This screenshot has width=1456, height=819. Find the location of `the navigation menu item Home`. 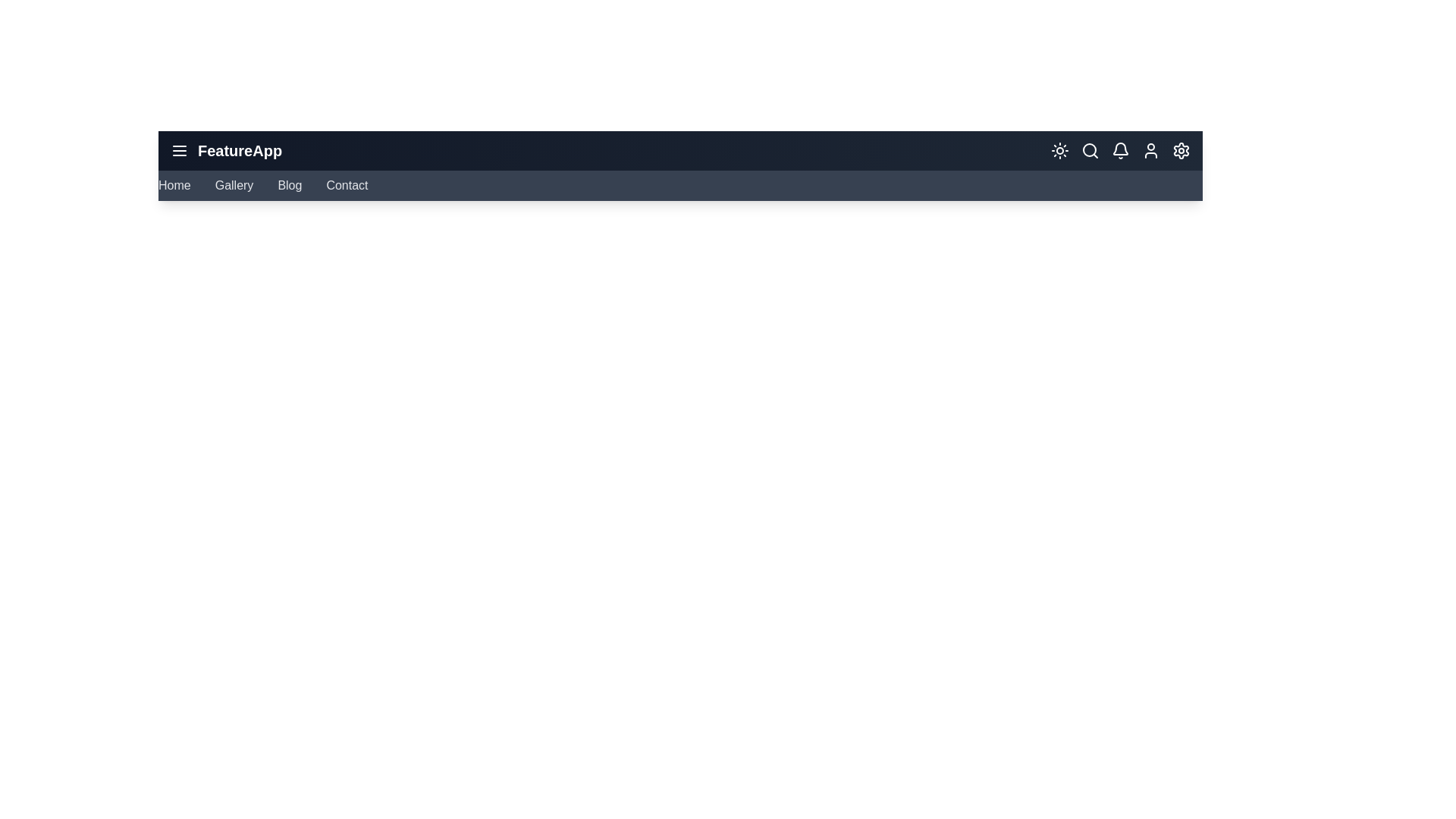

the navigation menu item Home is located at coordinates (174, 185).